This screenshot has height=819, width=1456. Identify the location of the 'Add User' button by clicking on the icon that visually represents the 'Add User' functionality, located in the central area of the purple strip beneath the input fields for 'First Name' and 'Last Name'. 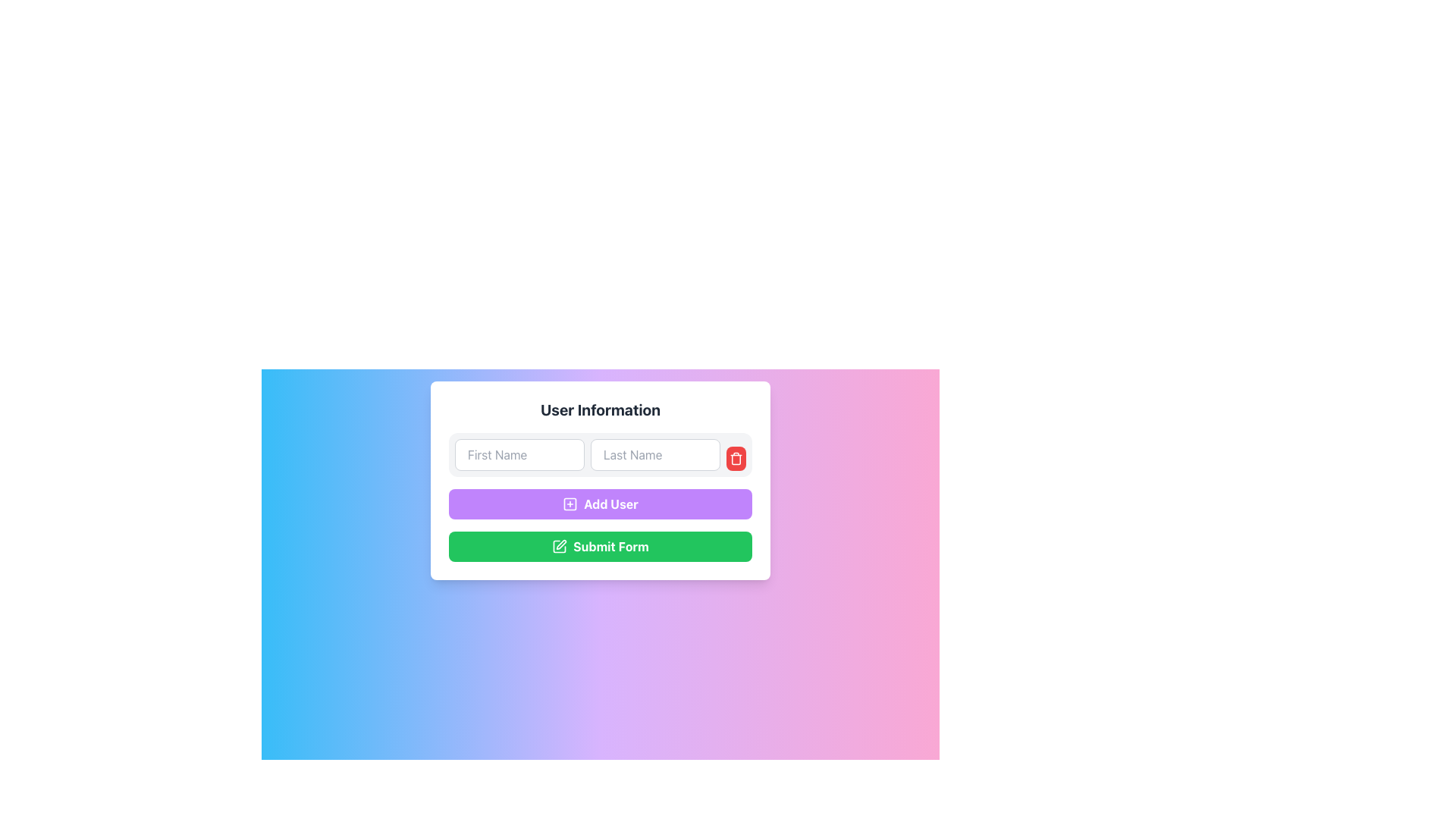
(570, 504).